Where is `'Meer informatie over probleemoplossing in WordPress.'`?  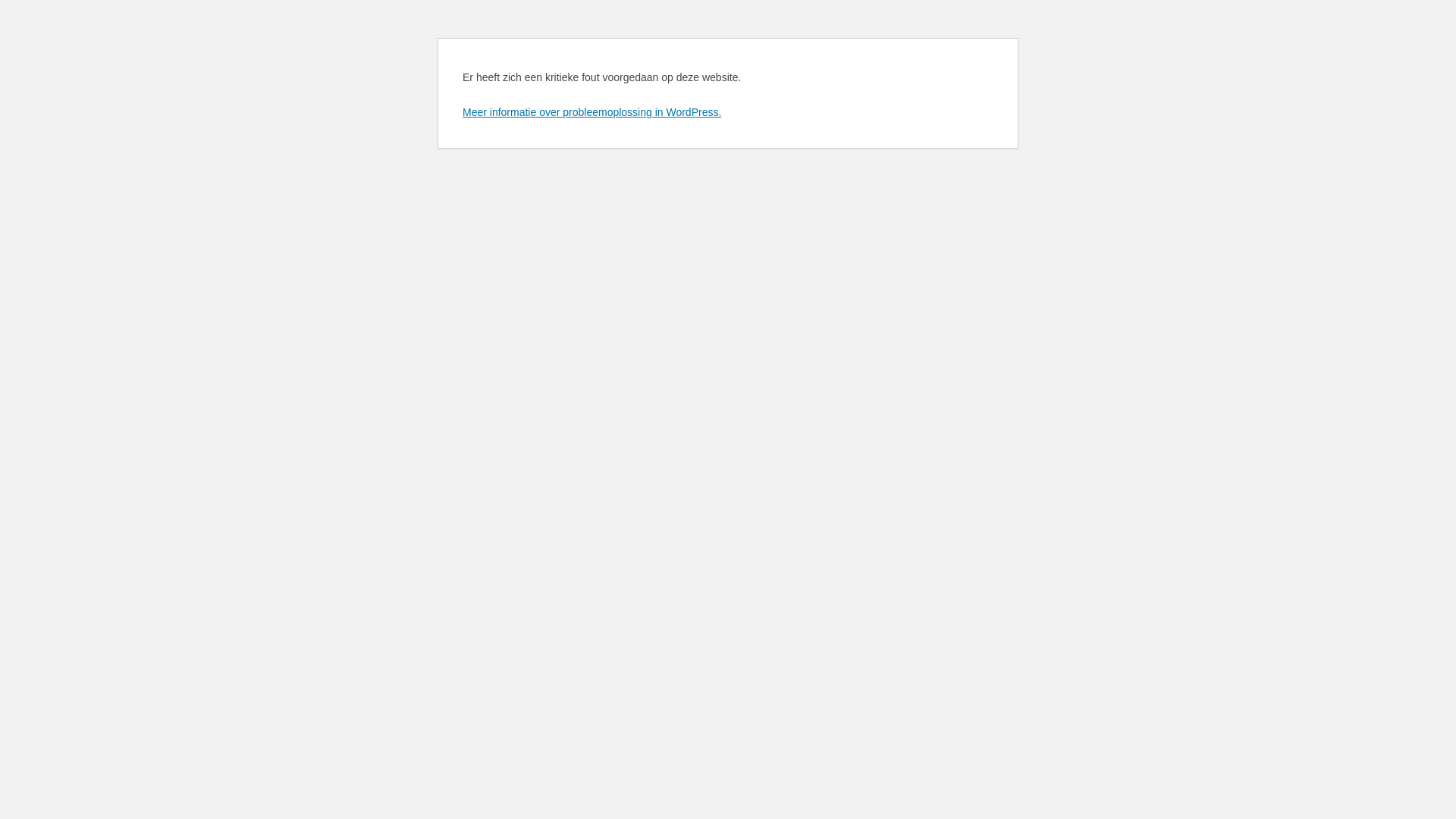
'Meer informatie over probleemoplossing in WordPress.' is located at coordinates (591, 111).